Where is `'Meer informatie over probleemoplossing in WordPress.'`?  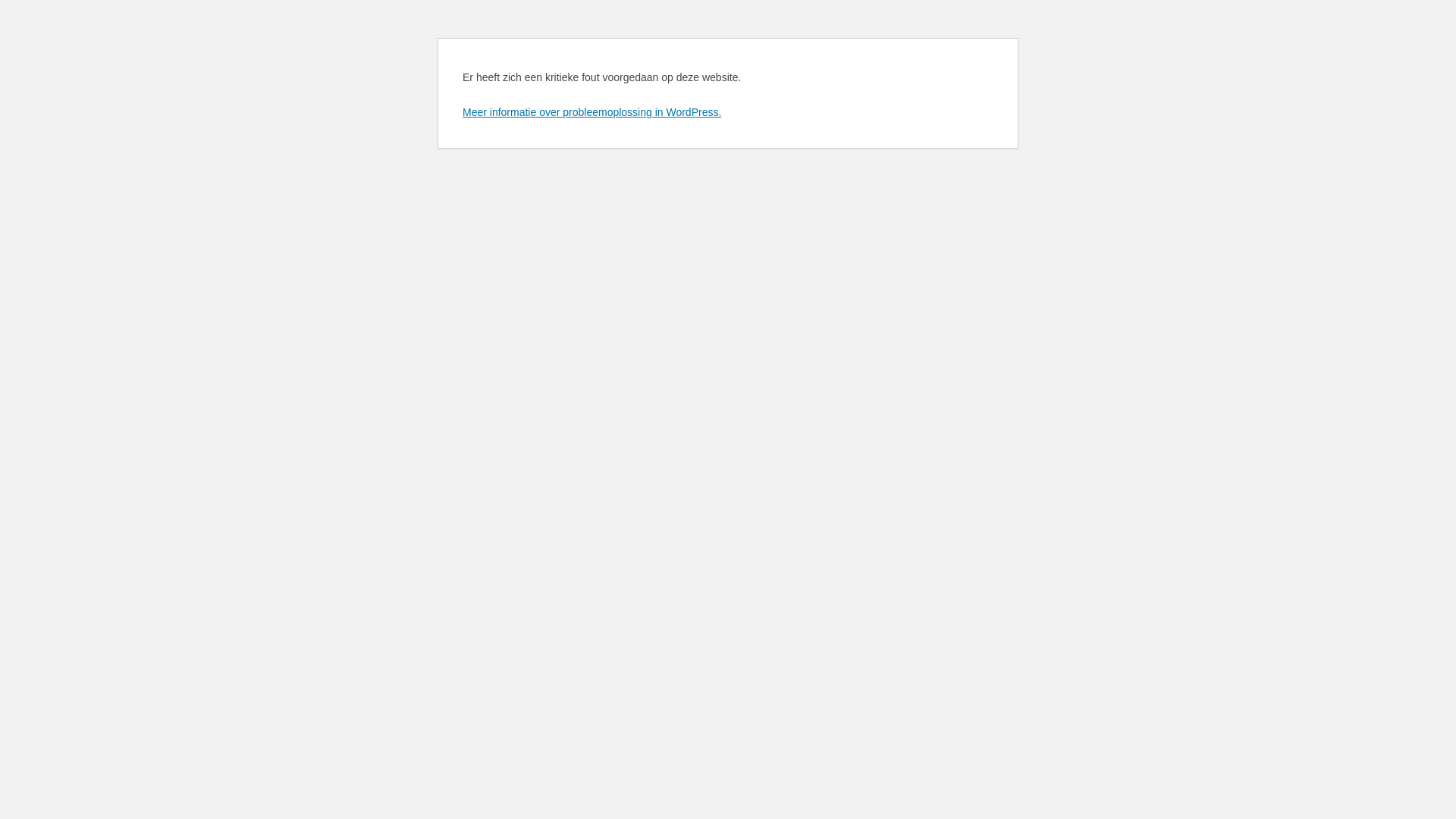
'Meer informatie over probleemoplossing in WordPress.' is located at coordinates (591, 111).